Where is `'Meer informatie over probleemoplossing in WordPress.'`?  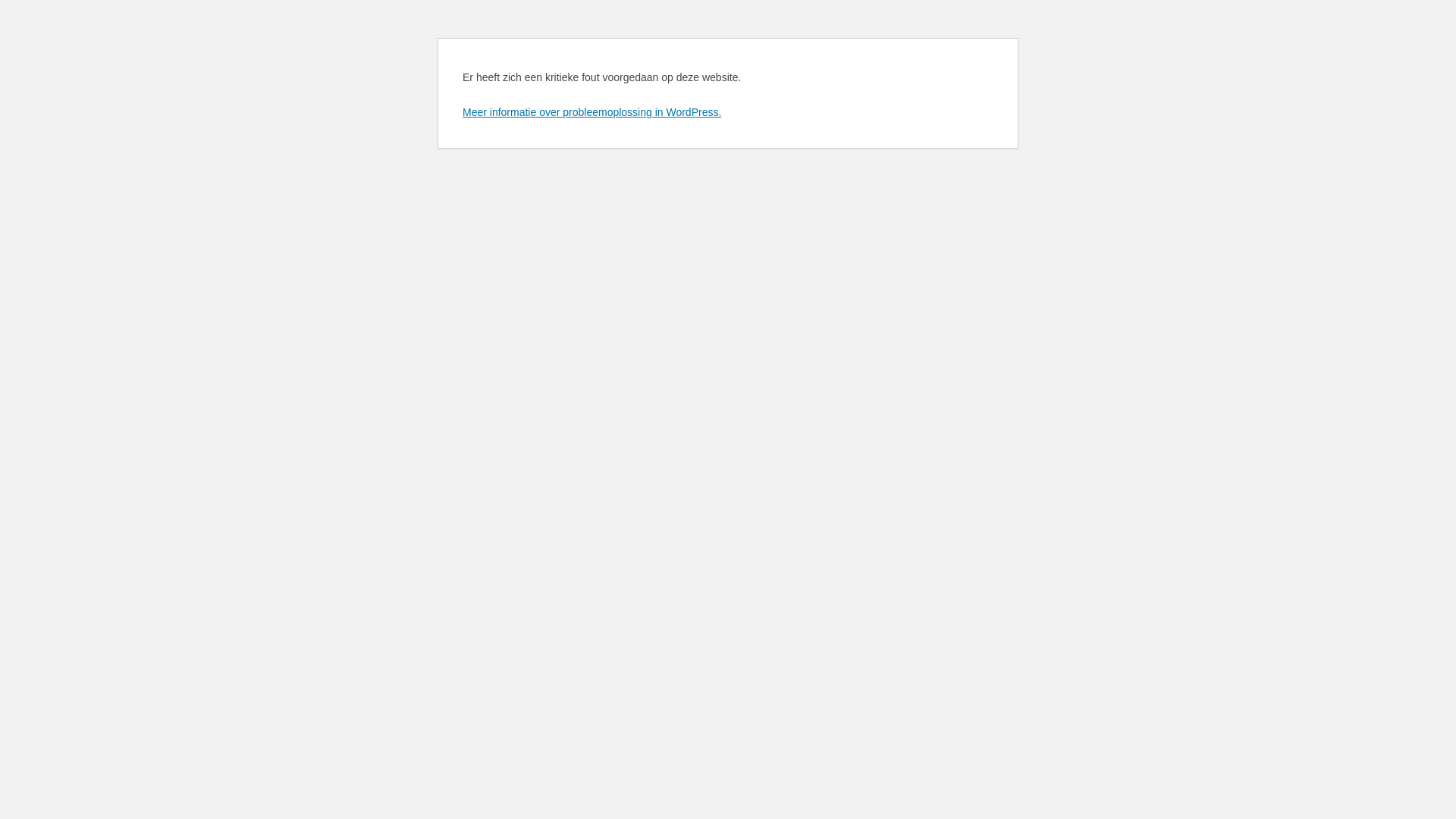
'Meer informatie over probleemoplossing in WordPress.' is located at coordinates (591, 111).